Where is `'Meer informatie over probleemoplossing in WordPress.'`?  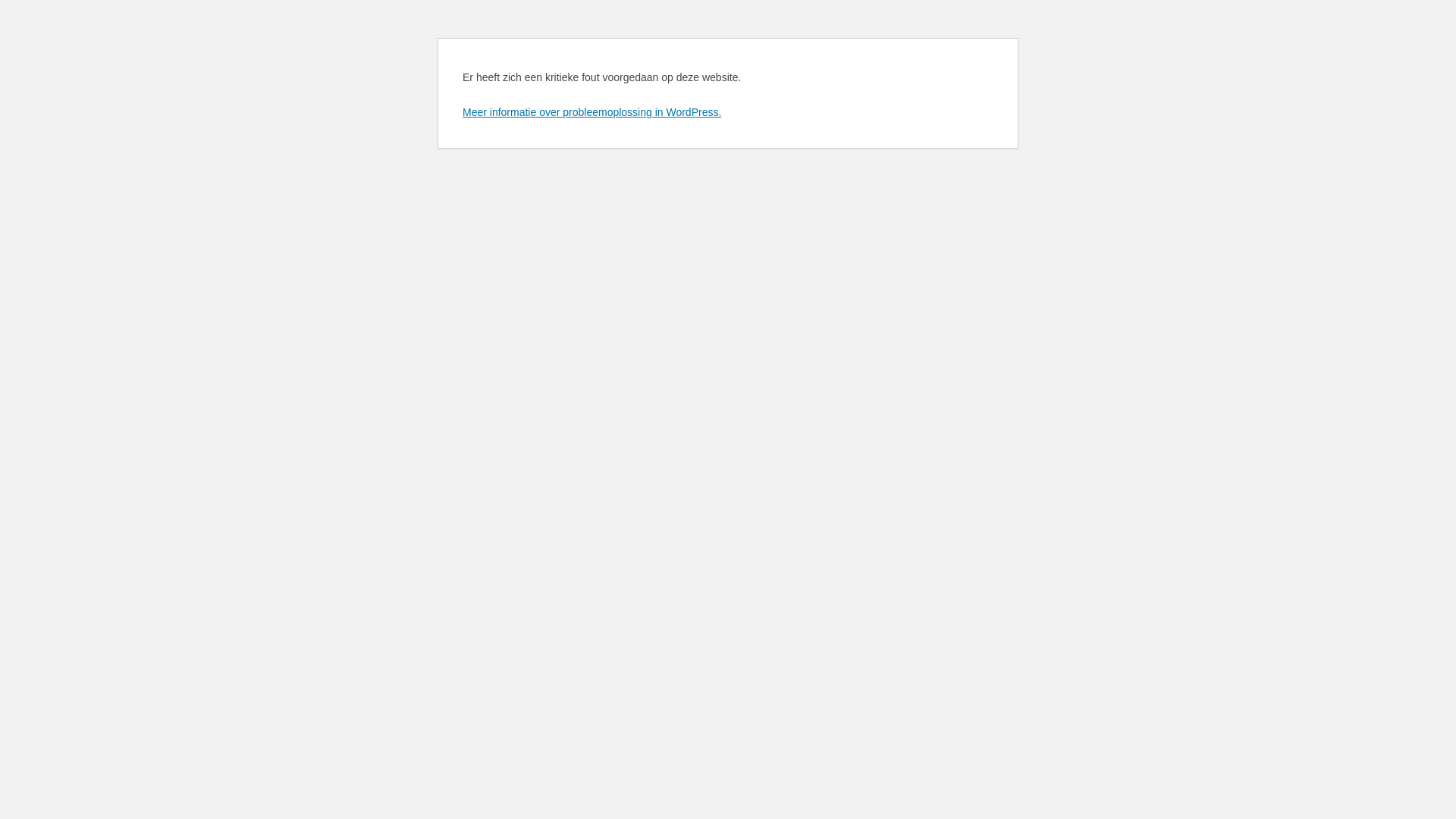
'Meer informatie over probleemoplossing in WordPress.' is located at coordinates (591, 111).